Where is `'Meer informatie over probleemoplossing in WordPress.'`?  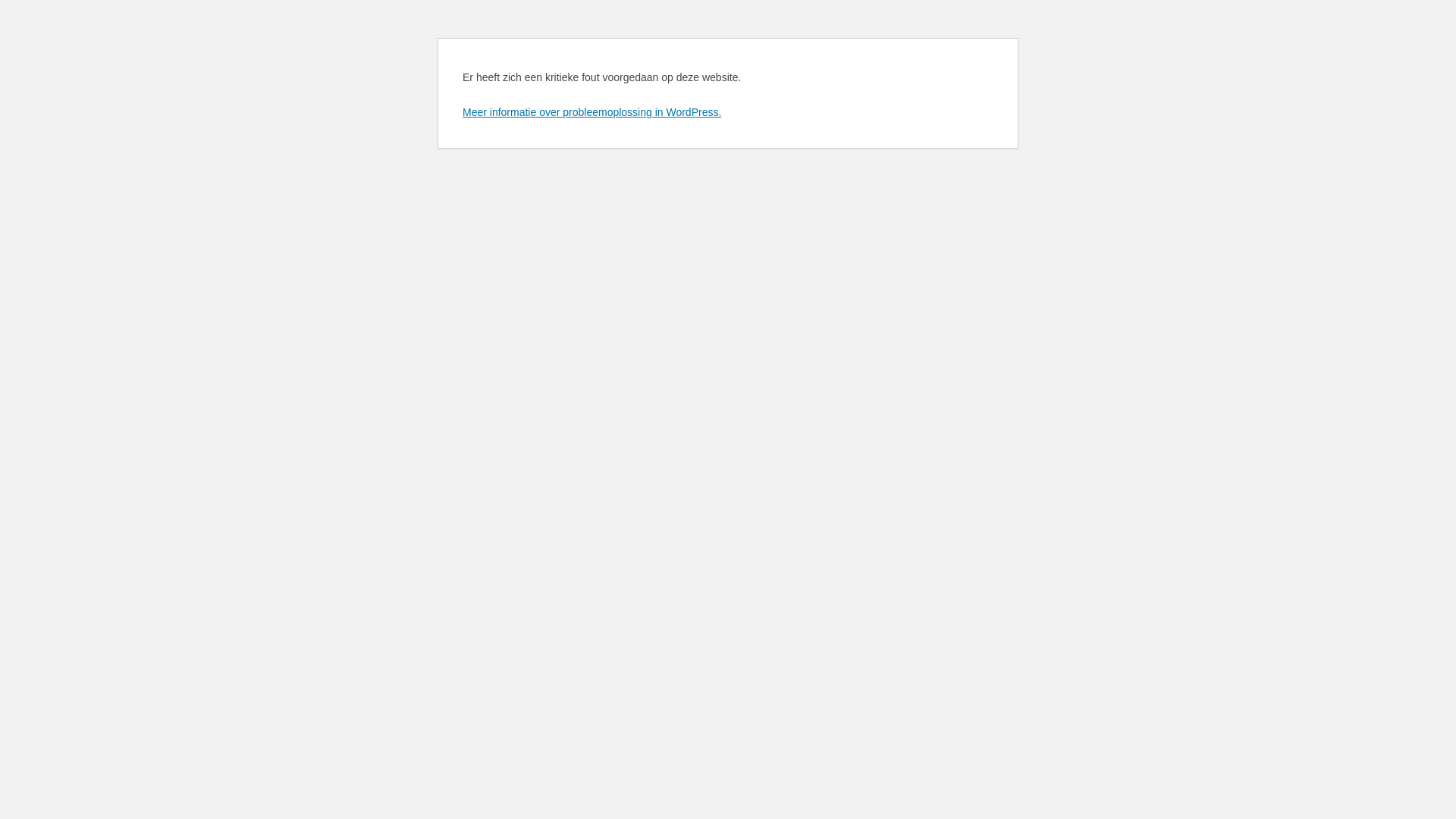
'Meer informatie over probleemoplossing in WordPress.' is located at coordinates (591, 111).